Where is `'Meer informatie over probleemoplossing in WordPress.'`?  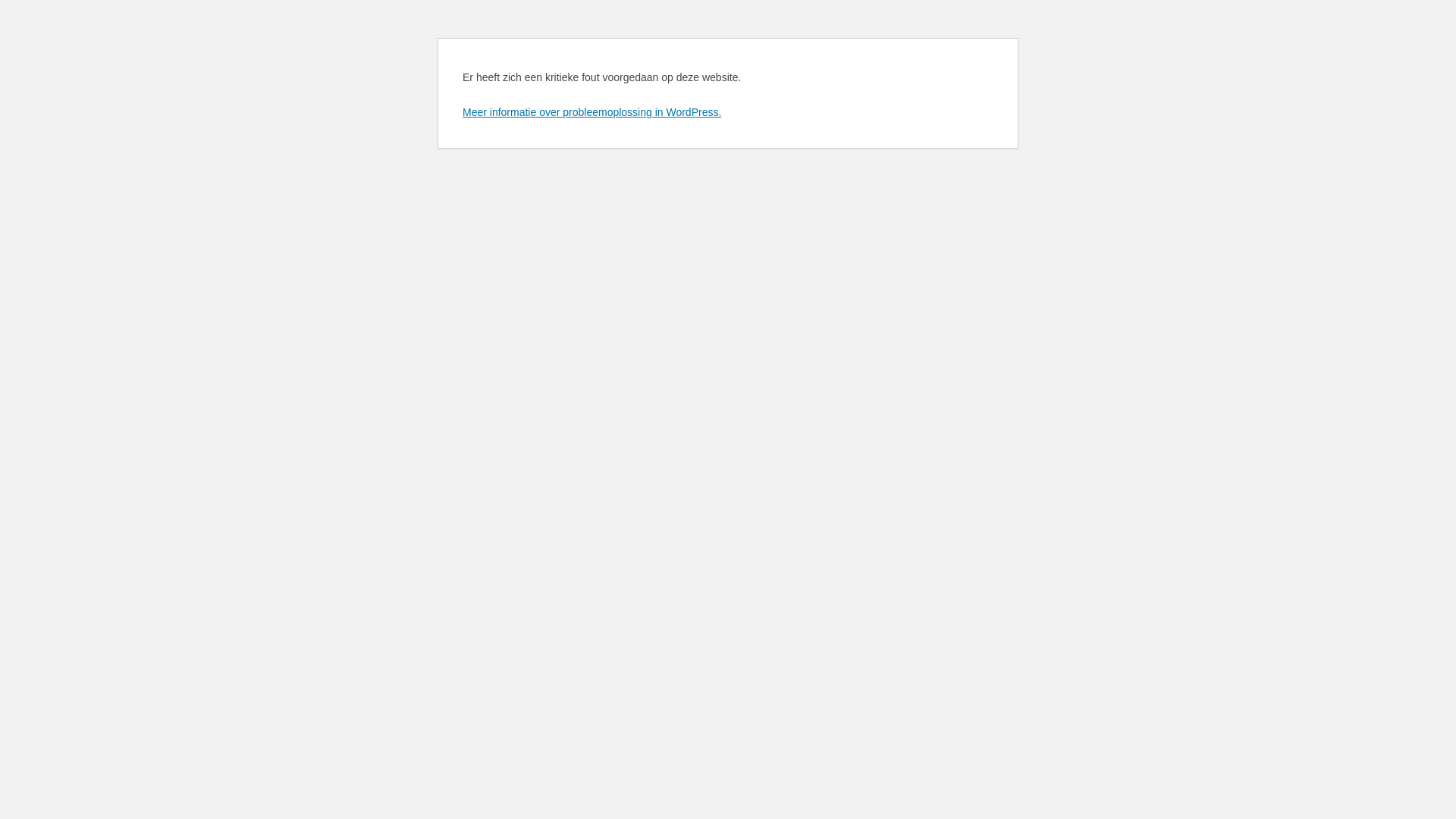
'Meer informatie over probleemoplossing in WordPress.' is located at coordinates (591, 111).